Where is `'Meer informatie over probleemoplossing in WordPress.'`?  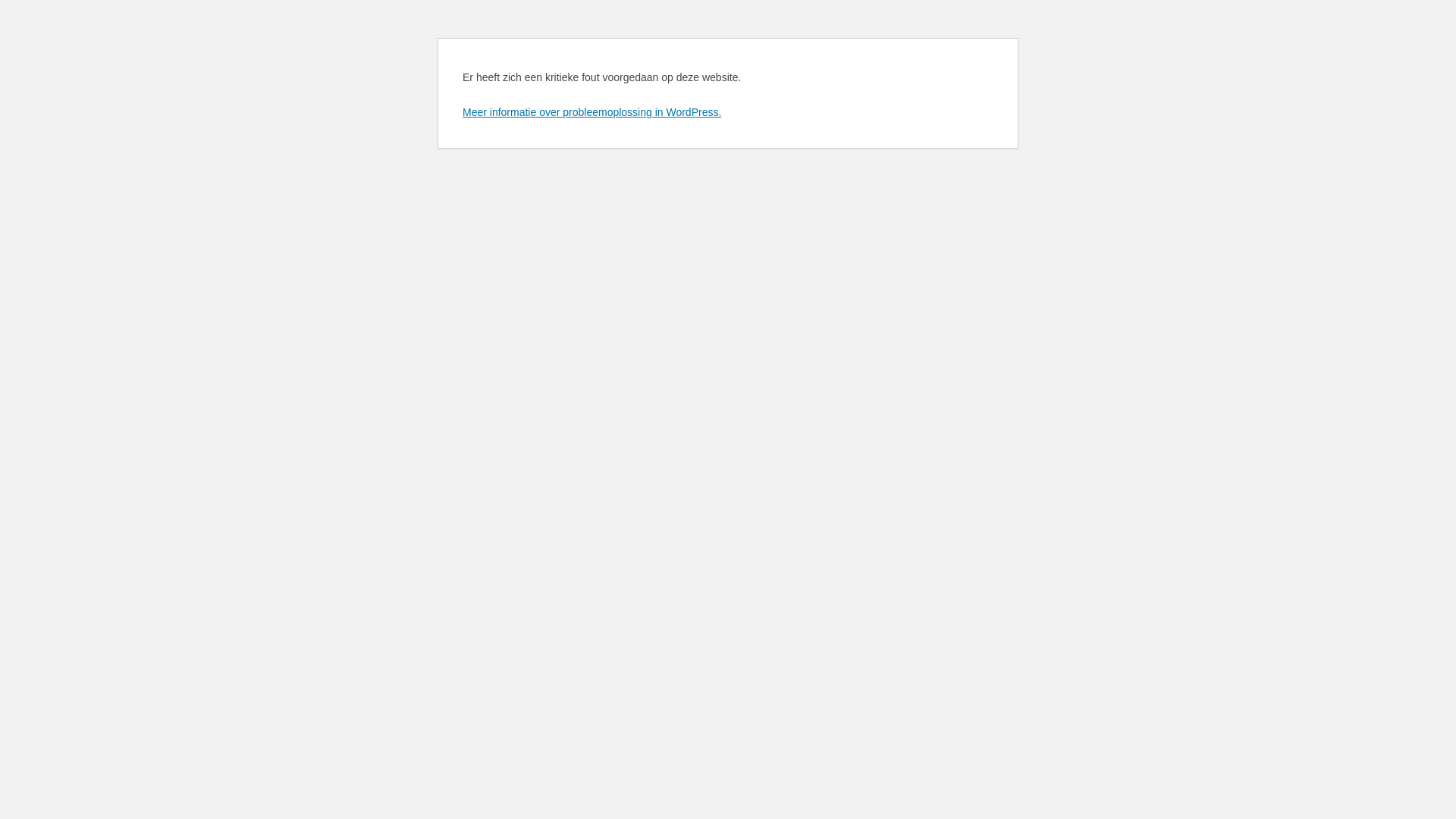
'Meer informatie over probleemoplossing in WordPress.' is located at coordinates (591, 111).